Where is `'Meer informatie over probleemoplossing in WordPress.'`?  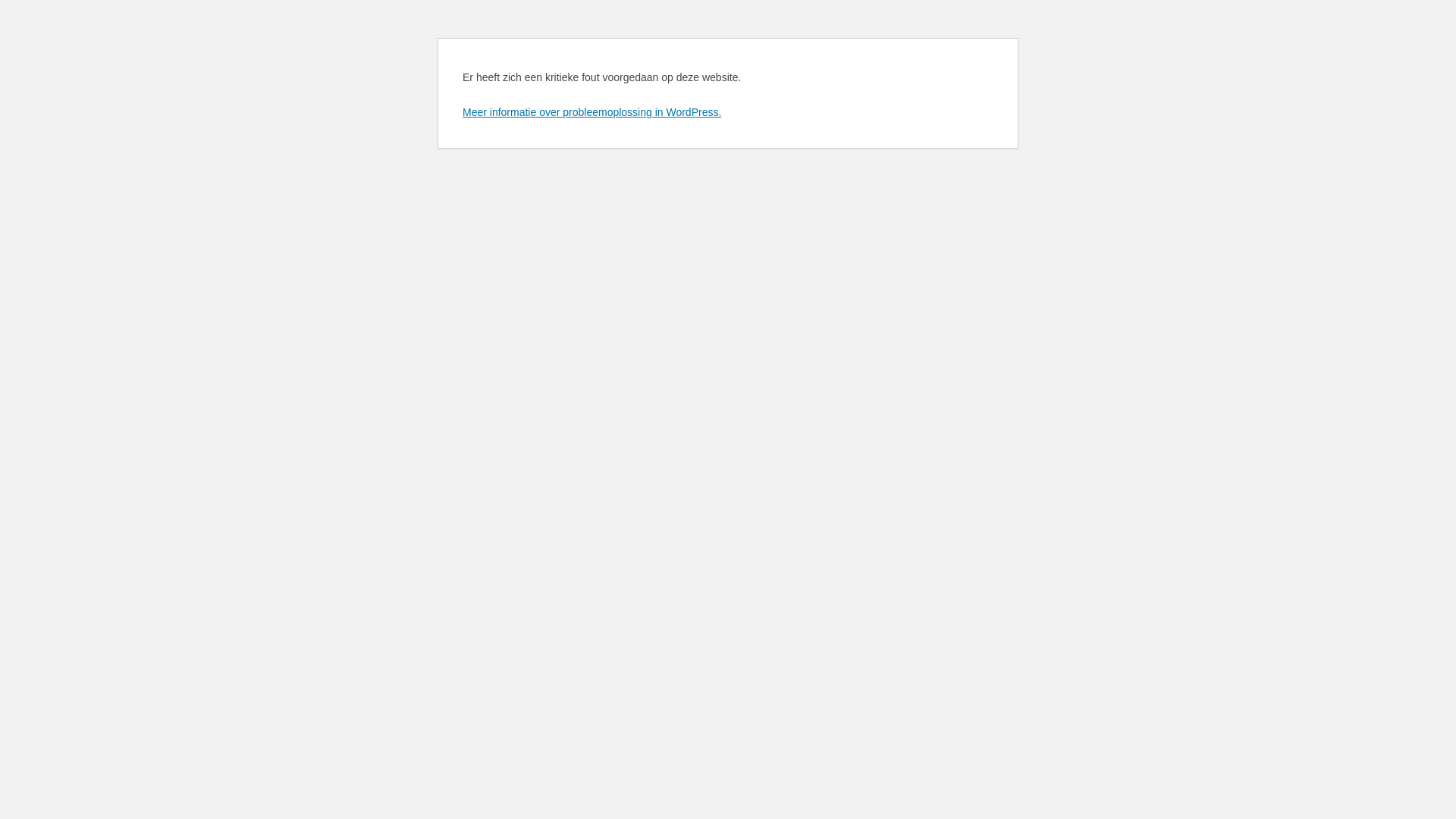
'Meer informatie over probleemoplossing in WordPress.' is located at coordinates (591, 111).